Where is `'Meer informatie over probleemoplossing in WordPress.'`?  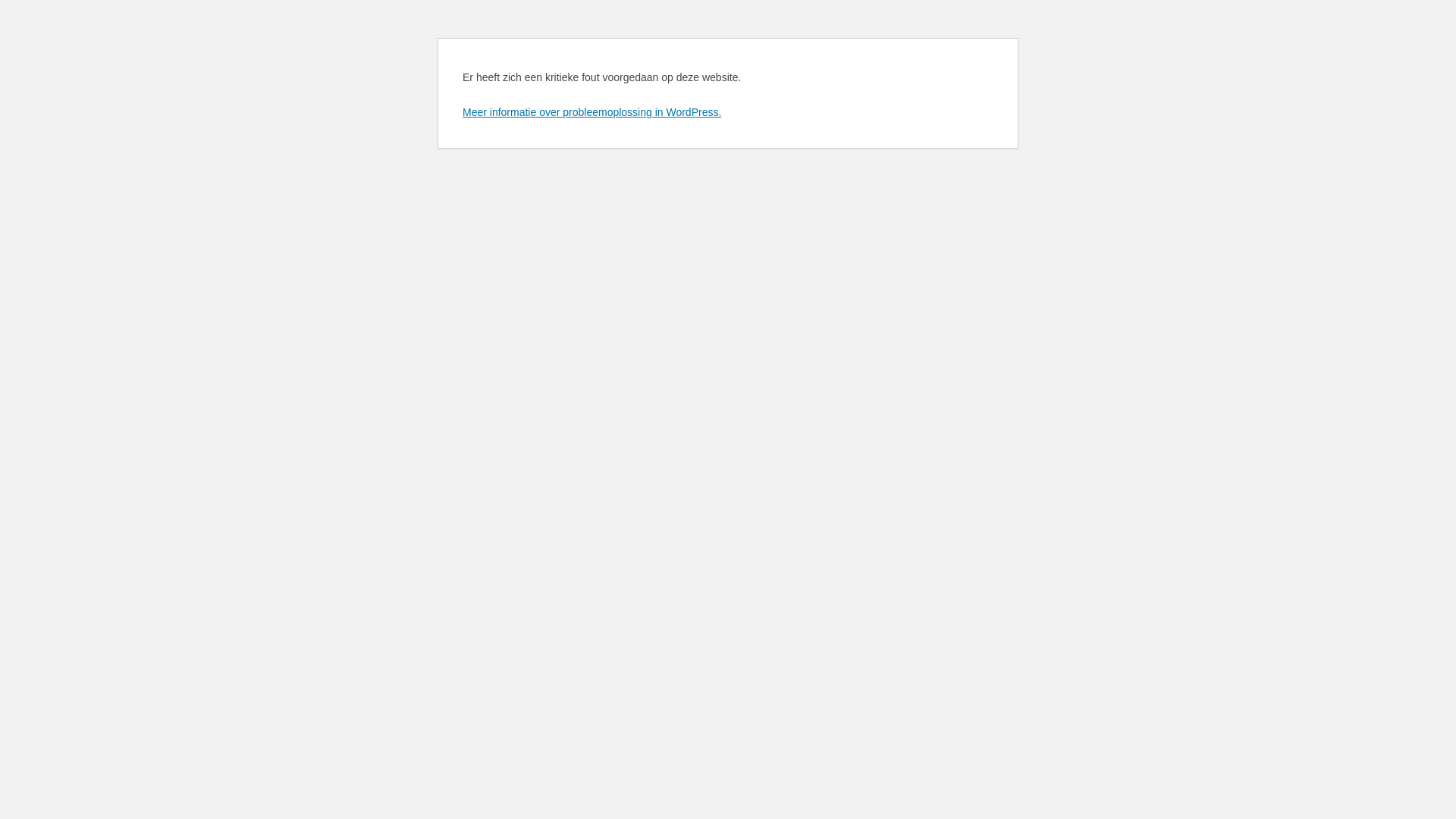
'Meer informatie over probleemoplossing in WordPress.' is located at coordinates (591, 111).